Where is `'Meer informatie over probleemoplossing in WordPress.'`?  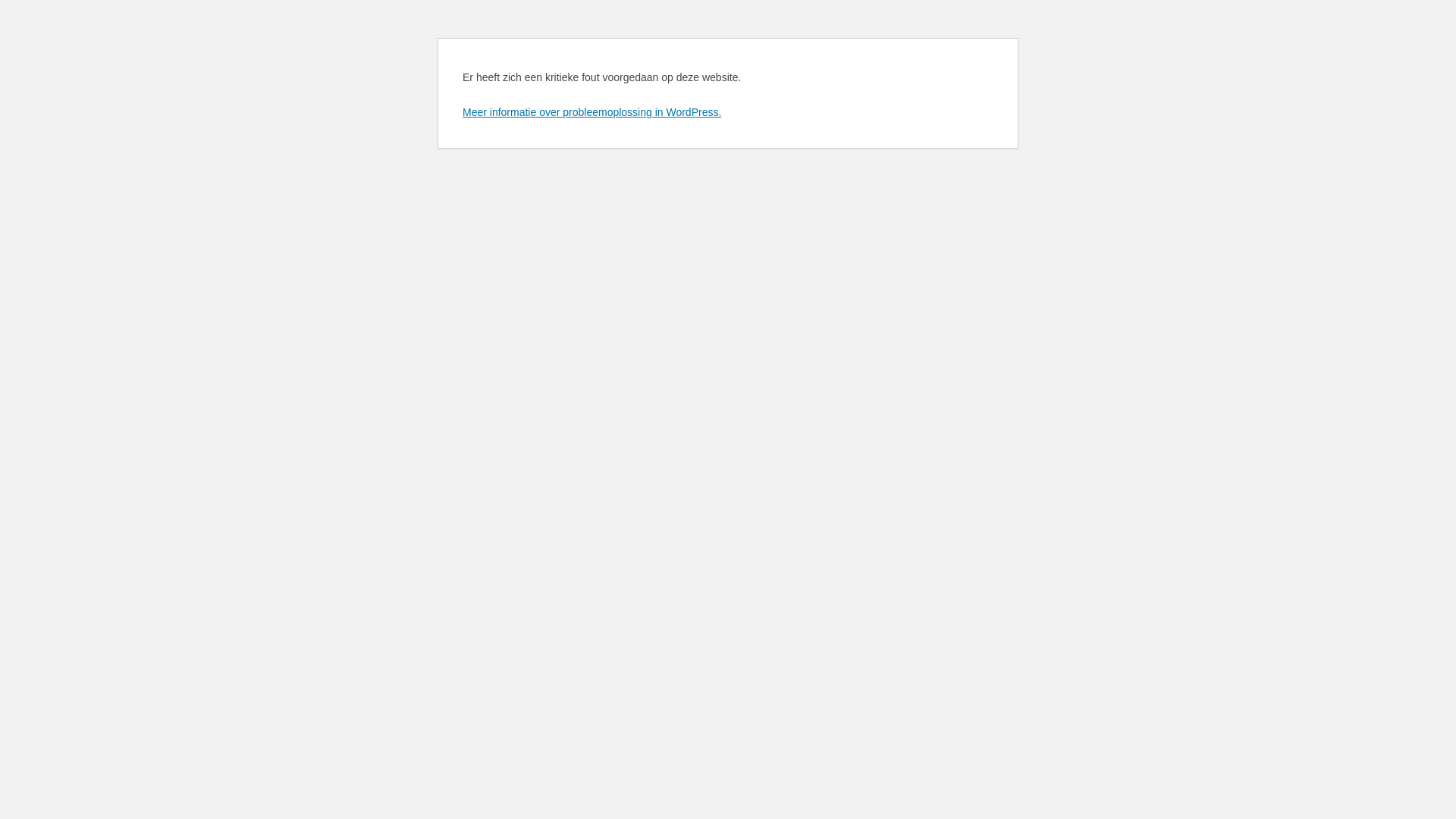
'Meer informatie over probleemoplossing in WordPress.' is located at coordinates (591, 111).